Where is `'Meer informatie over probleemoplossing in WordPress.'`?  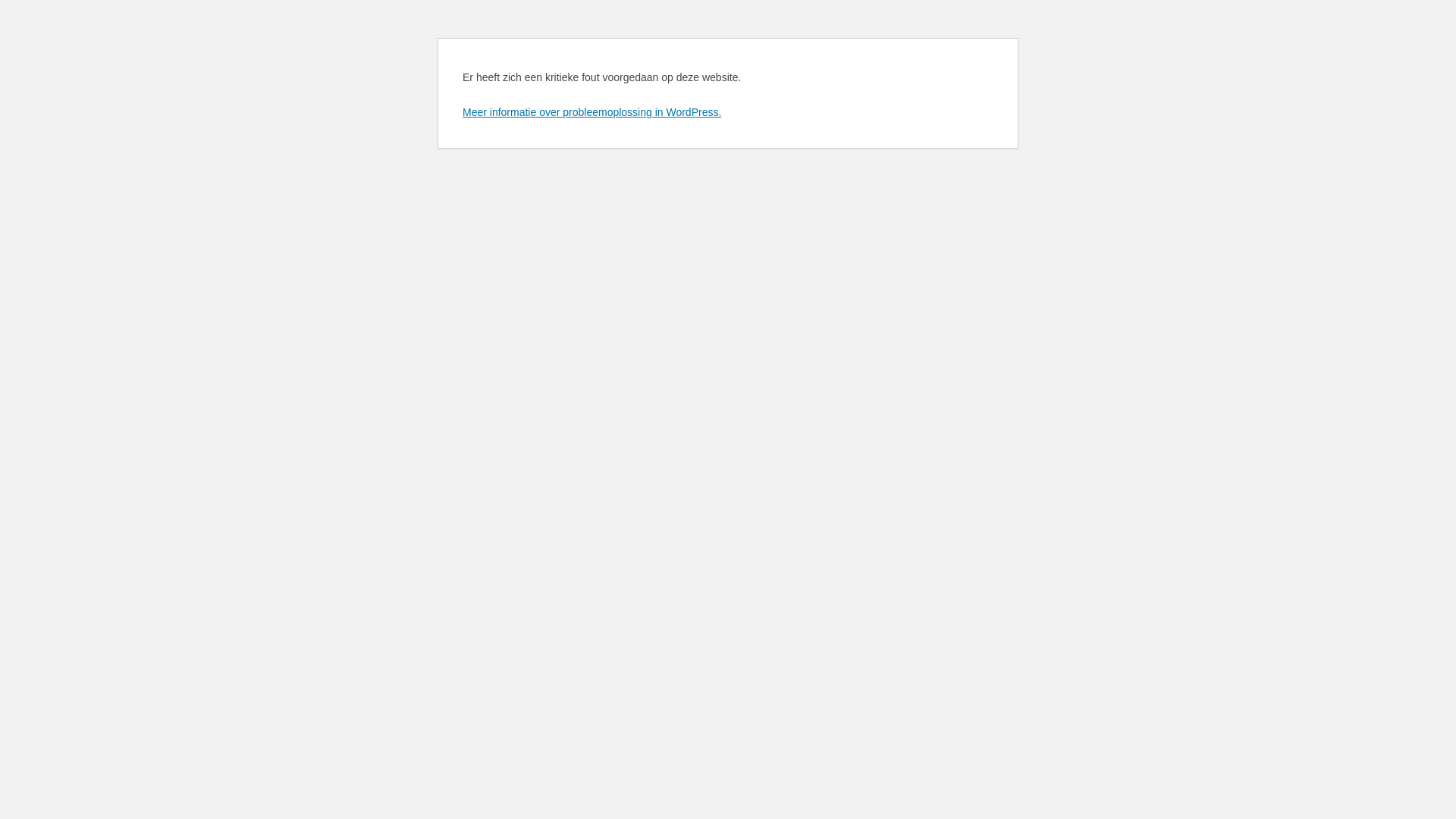
'Meer informatie over probleemoplossing in WordPress.' is located at coordinates (591, 111).